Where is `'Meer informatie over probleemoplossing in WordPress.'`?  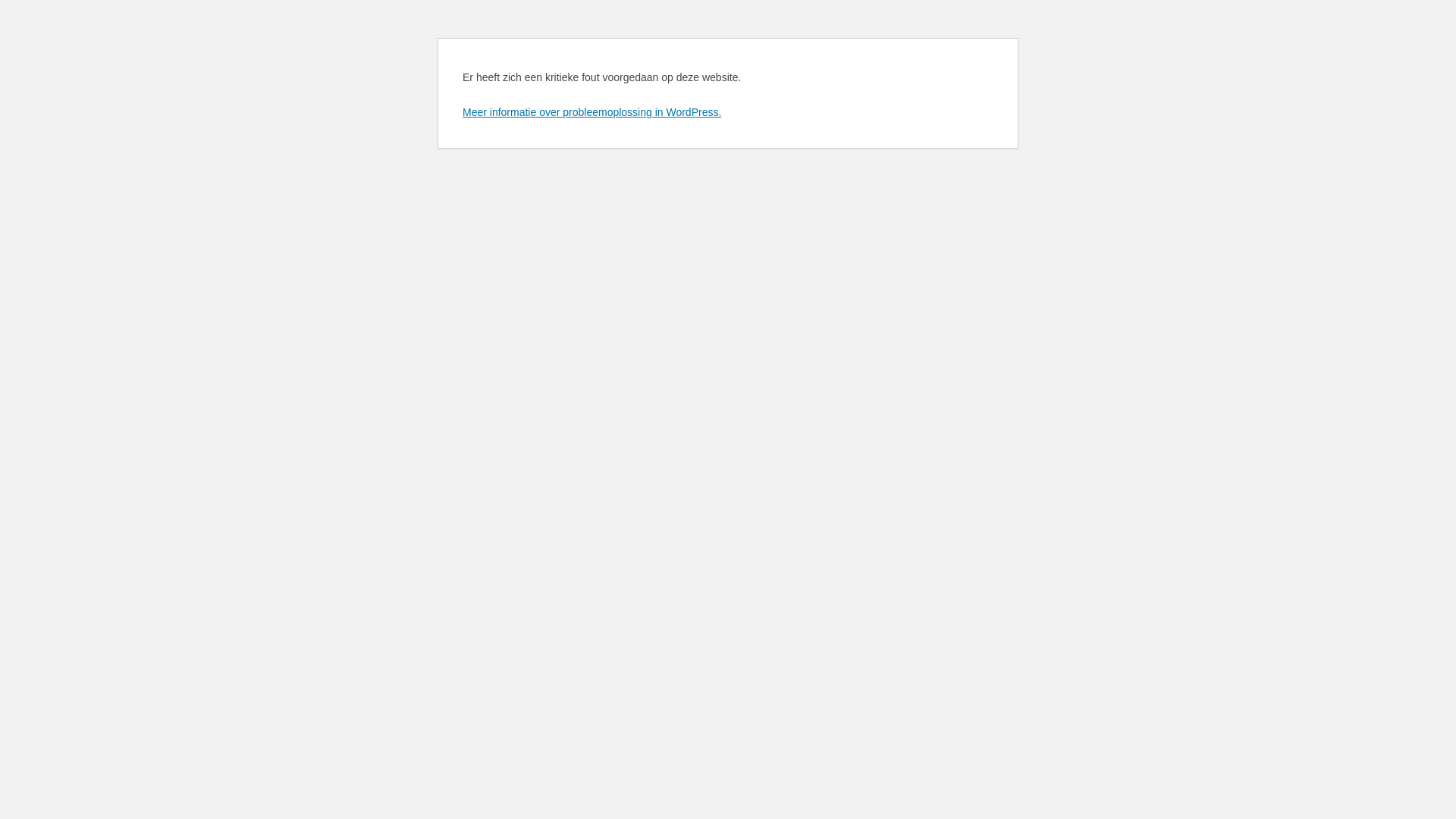
'Meer informatie over probleemoplossing in WordPress.' is located at coordinates (591, 111).